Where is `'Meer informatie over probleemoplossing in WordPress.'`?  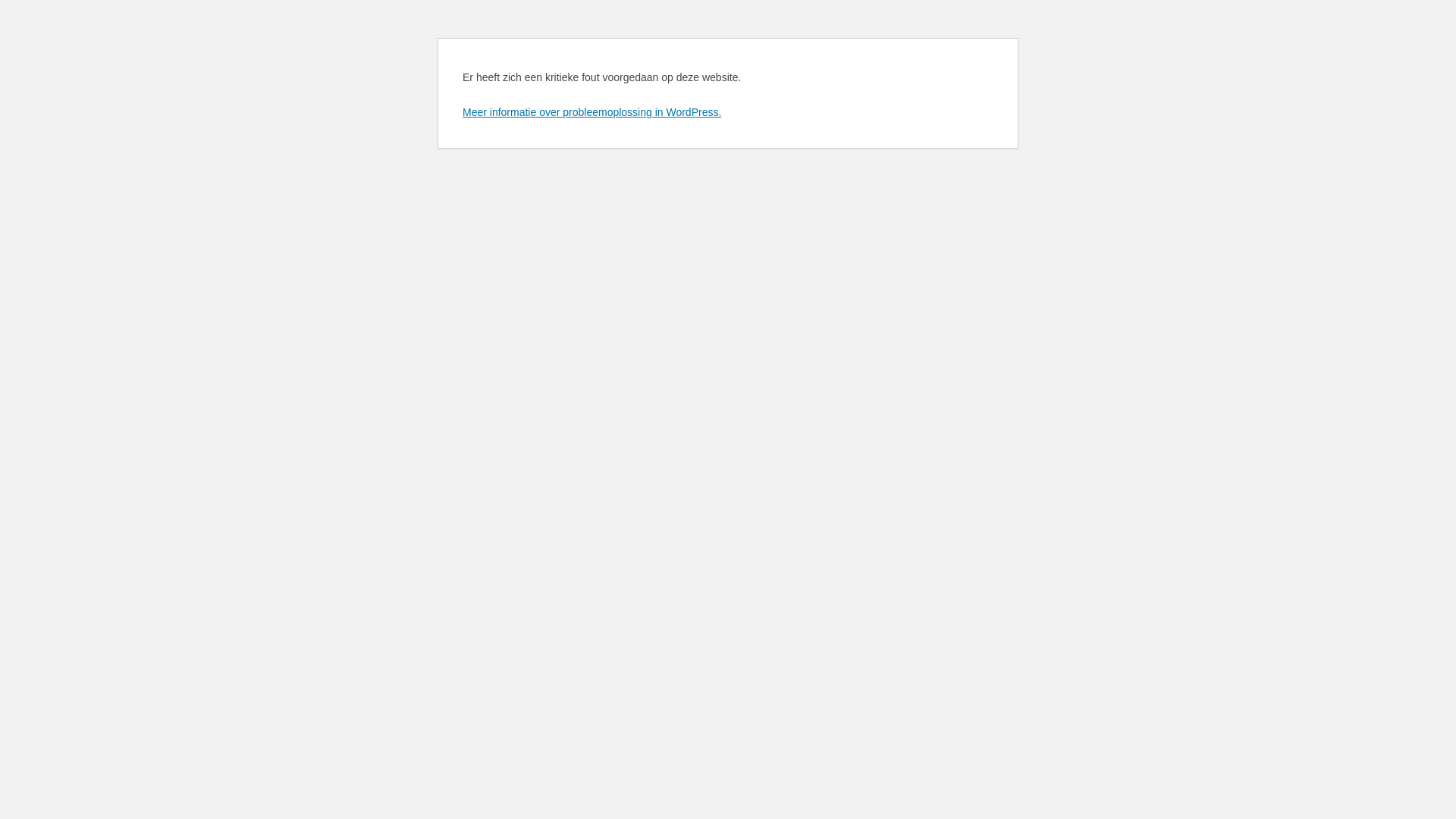
'Meer informatie over probleemoplossing in WordPress.' is located at coordinates (591, 111).